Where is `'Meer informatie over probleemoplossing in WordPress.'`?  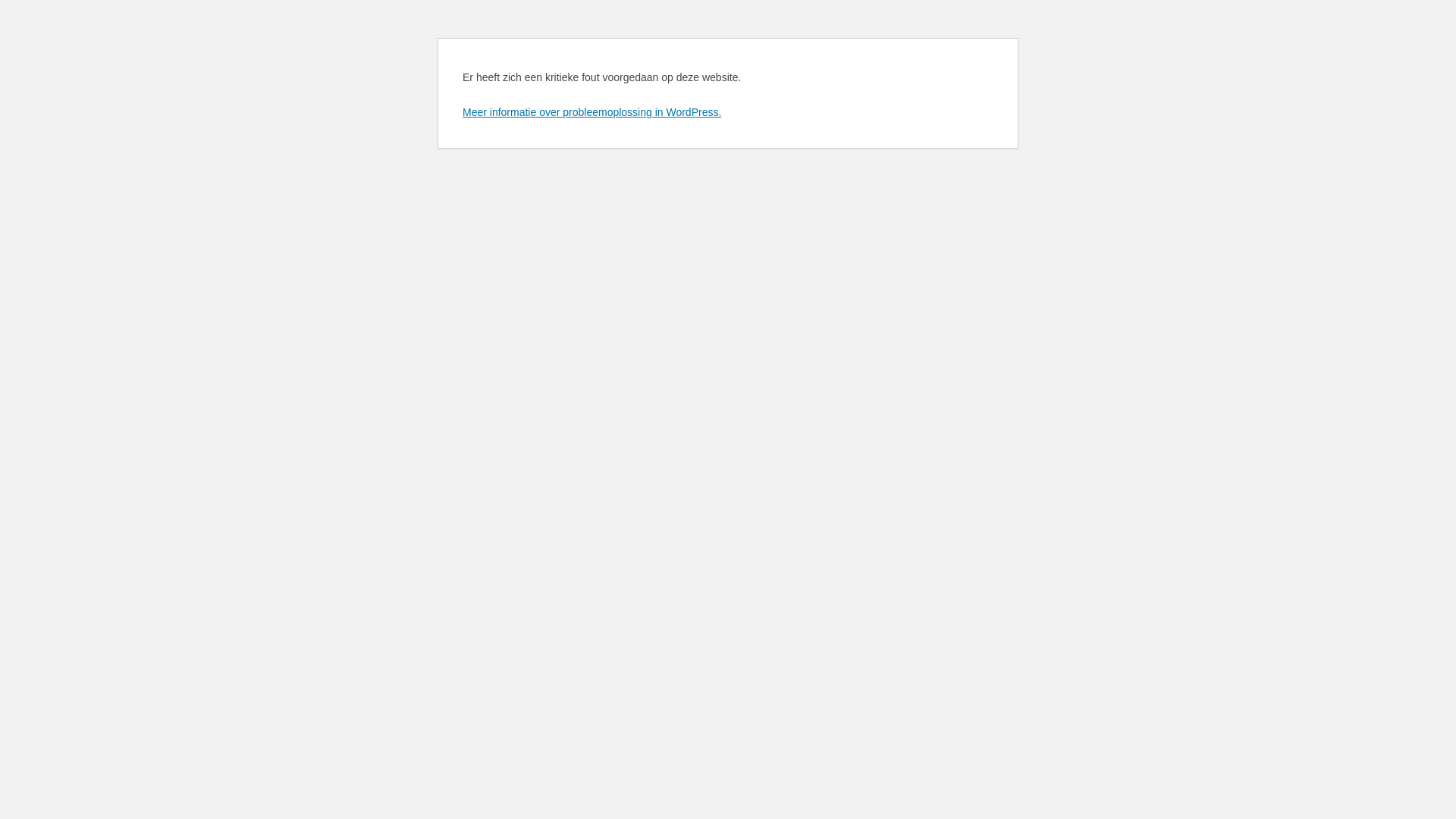
'Meer informatie over probleemoplossing in WordPress.' is located at coordinates (591, 111).